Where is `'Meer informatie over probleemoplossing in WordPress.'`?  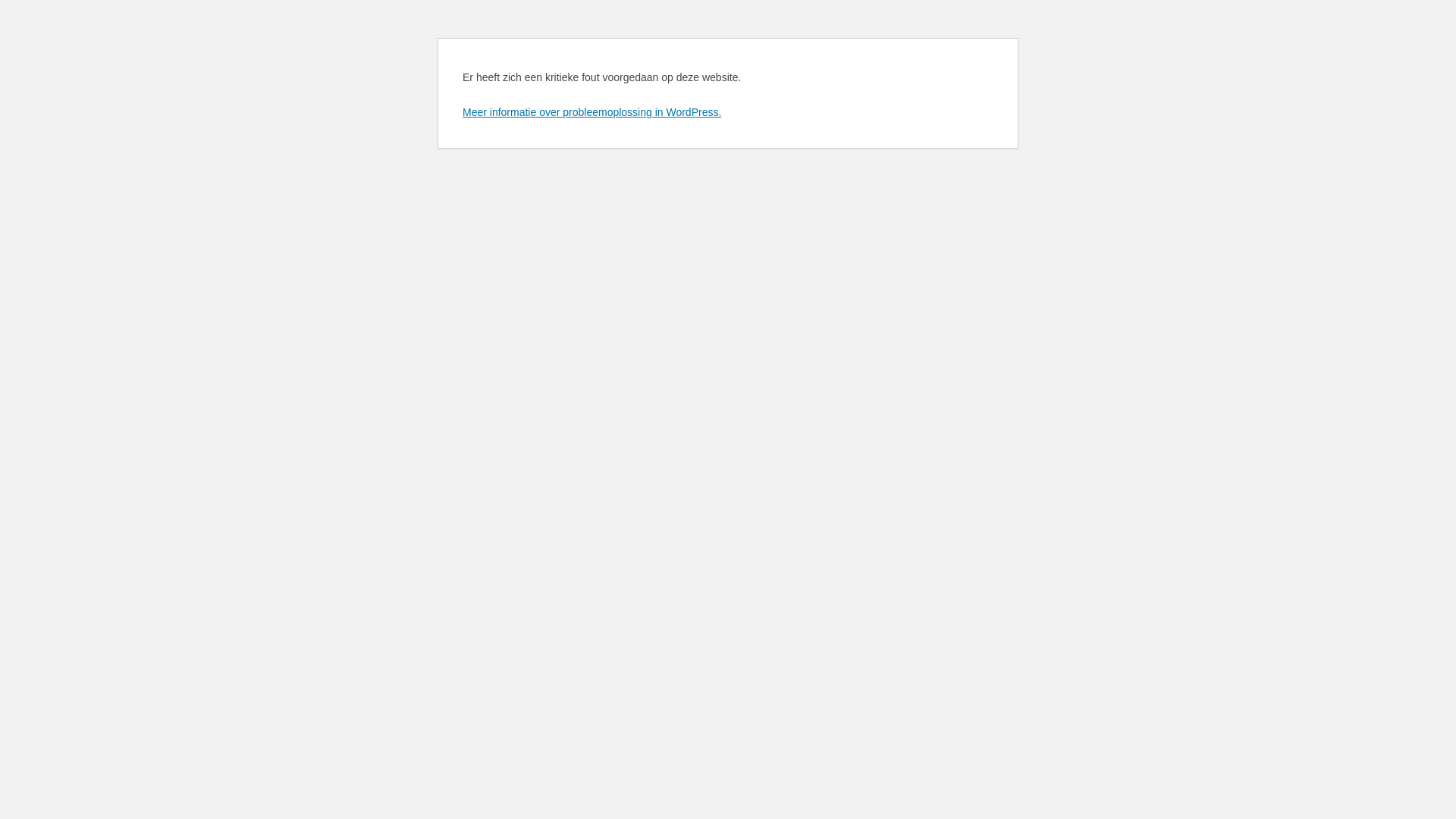
'Meer informatie over probleemoplossing in WordPress.' is located at coordinates (591, 111).